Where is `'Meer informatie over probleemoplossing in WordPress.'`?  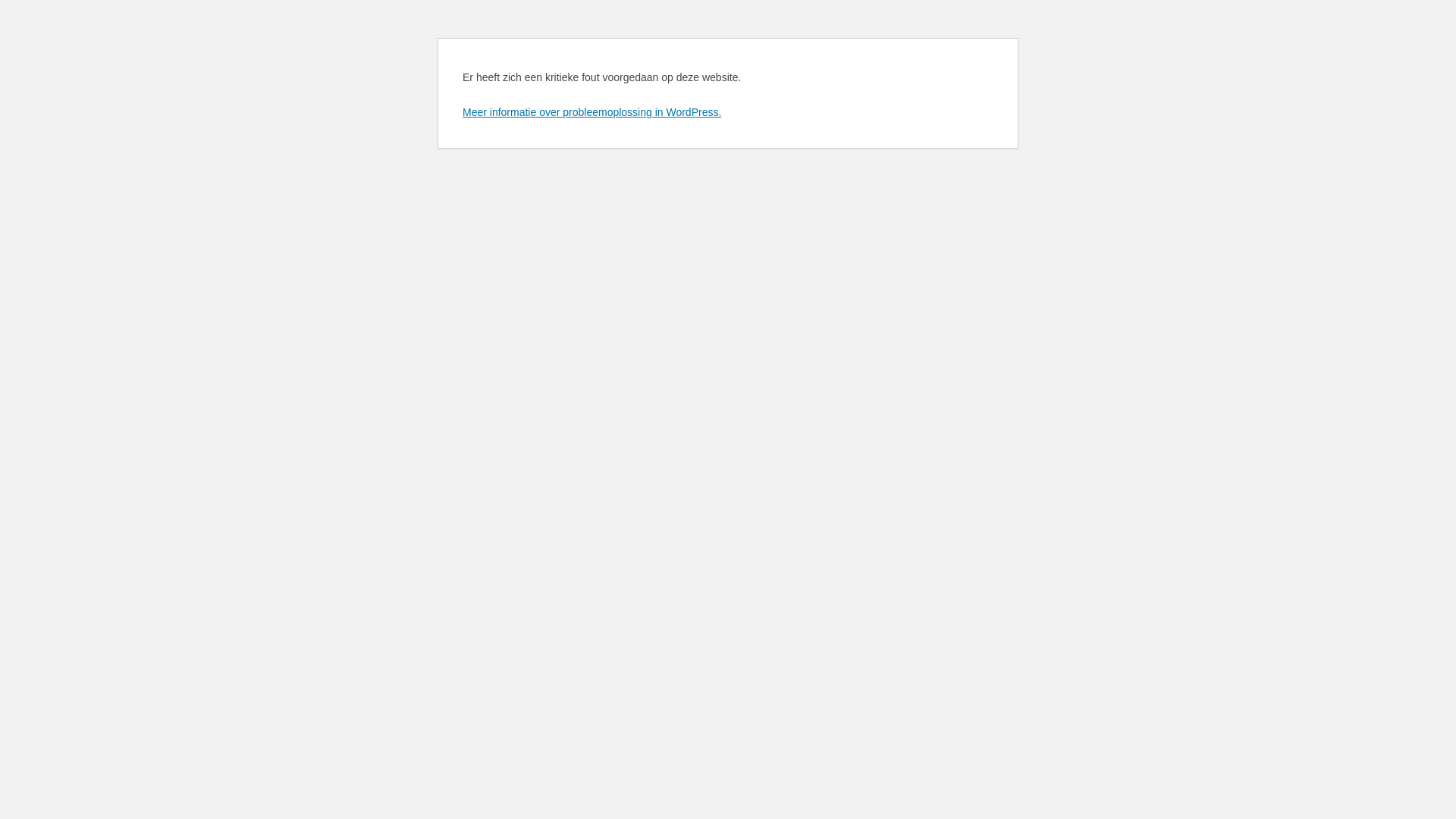
'Meer informatie over probleemoplossing in WordPress.' is located at coordinates (591, 111).